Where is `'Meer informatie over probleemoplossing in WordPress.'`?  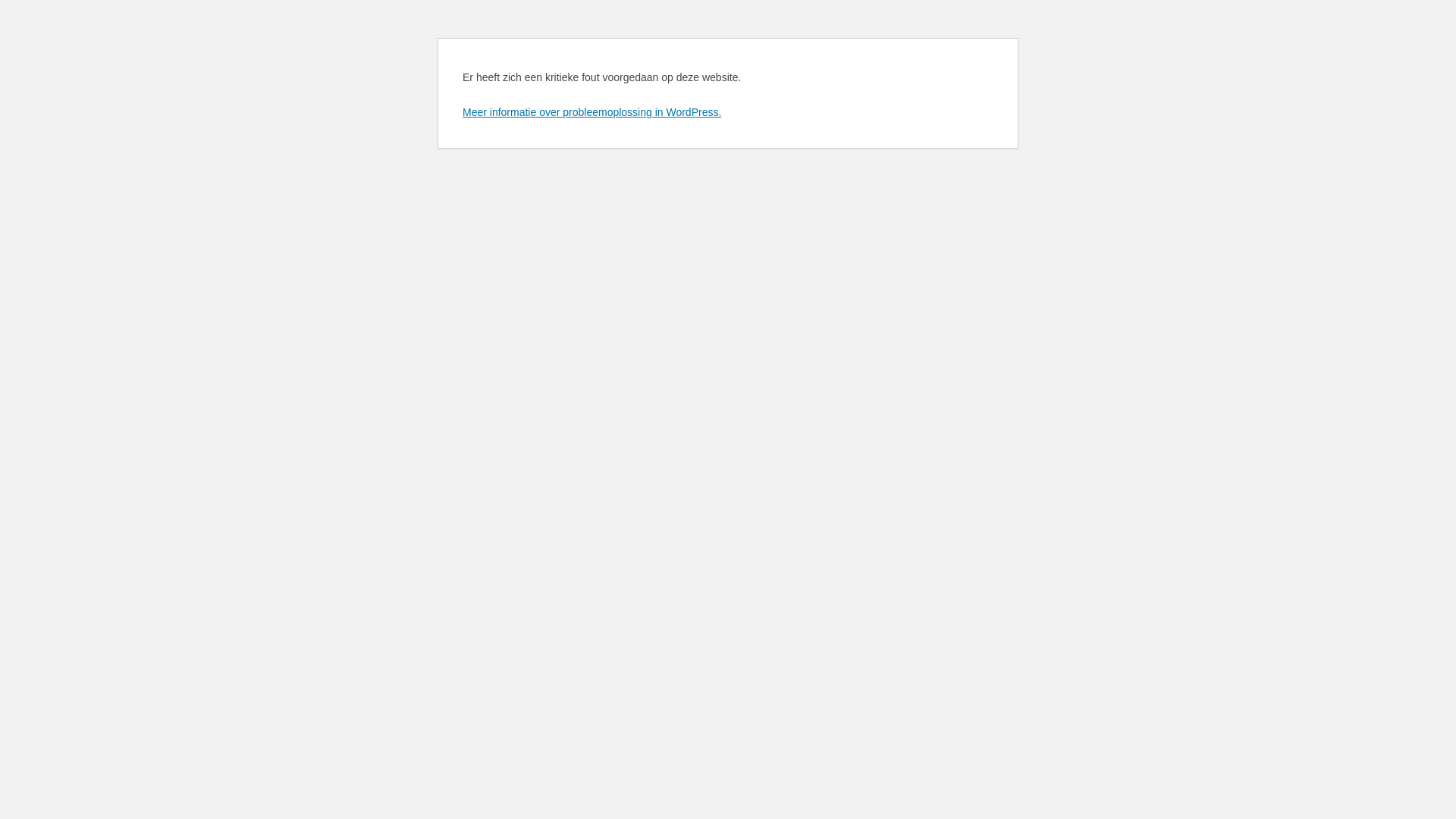
'Meer informatie over probleemoplossing in WordPress.' is located at coordinates (591, 111).